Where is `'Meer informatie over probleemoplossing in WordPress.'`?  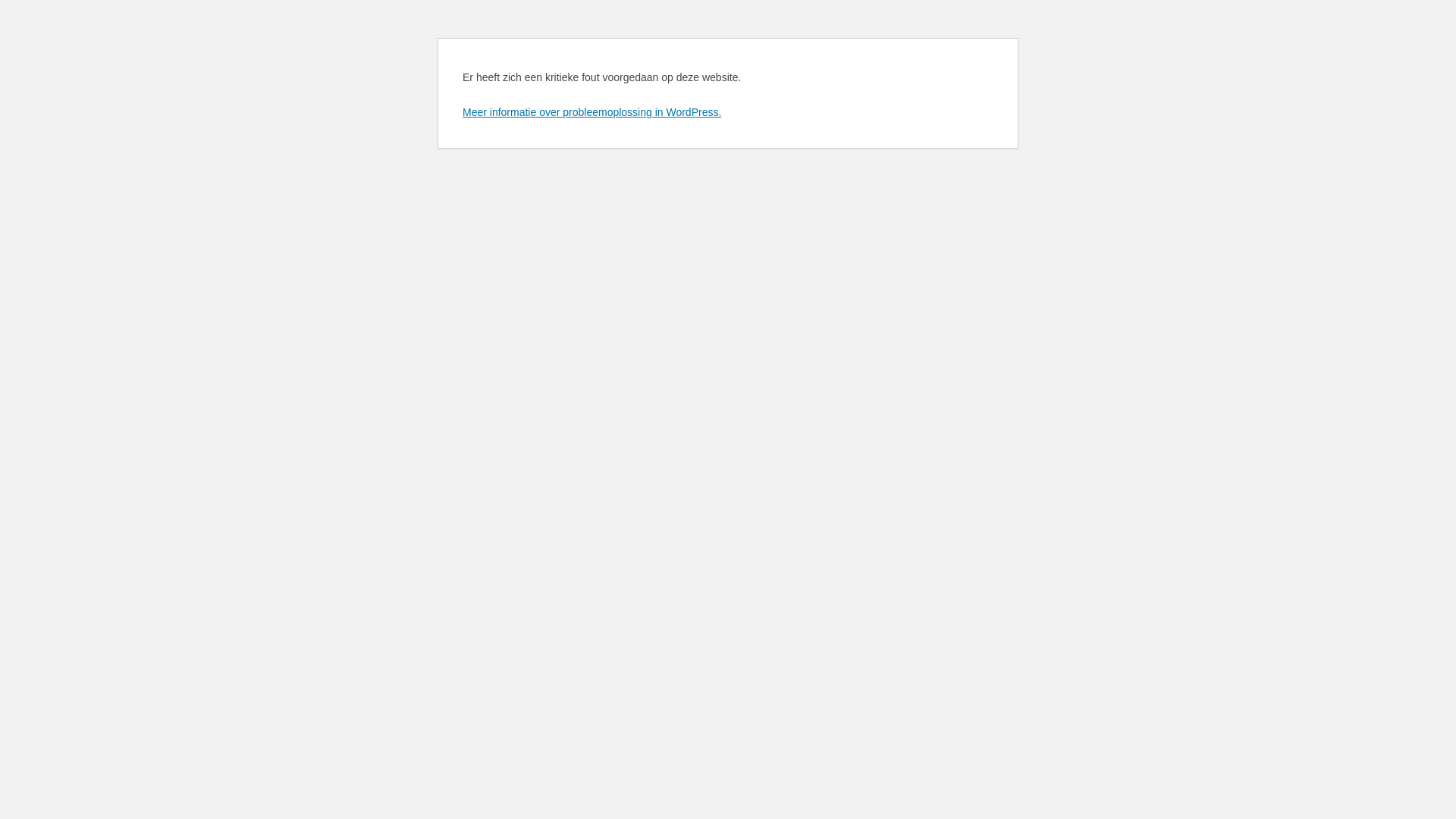
'Meer informatie over probleemoplossing in WordPress.' is located at coordinates (591, 111).